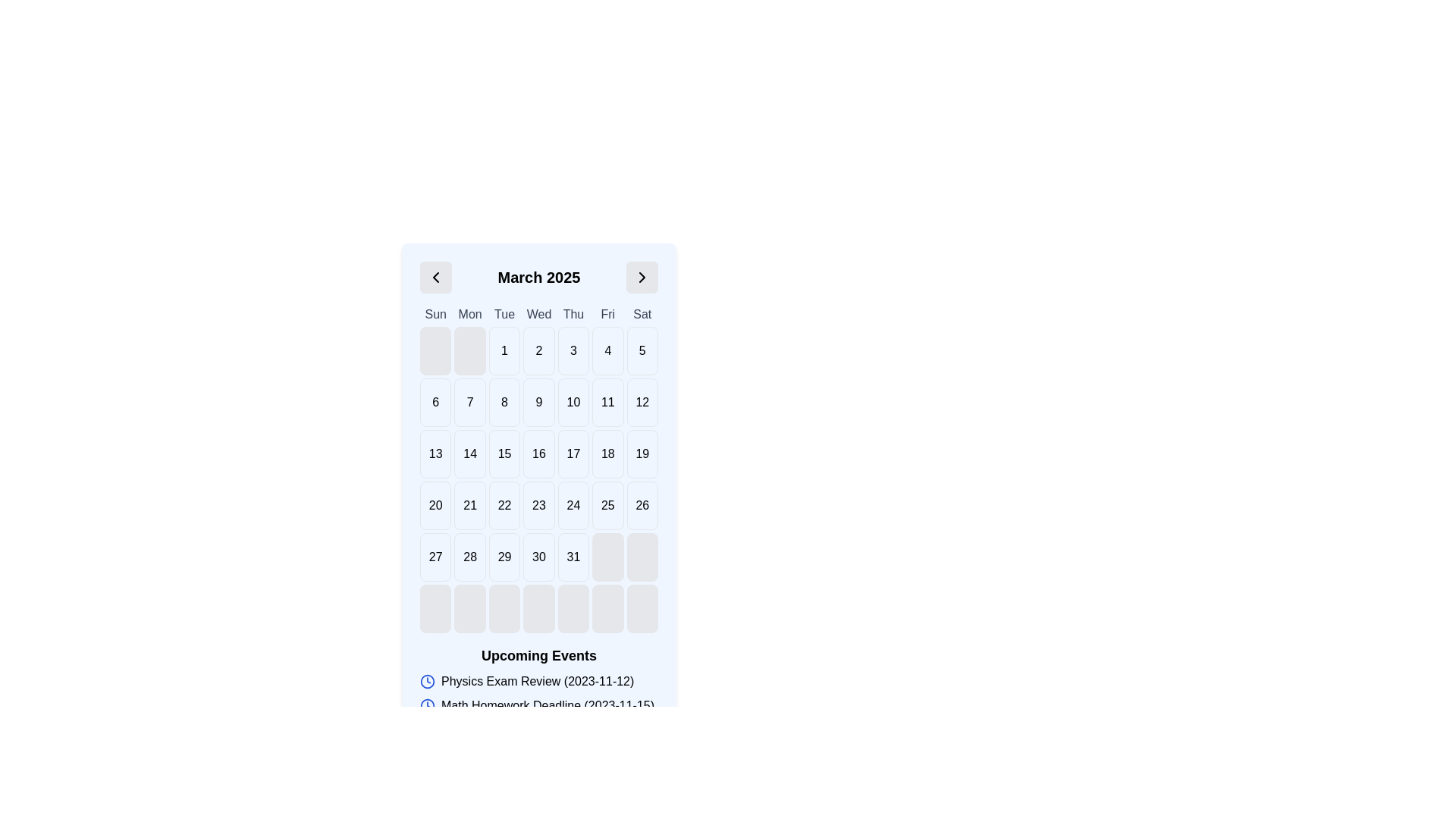 This screenshot has width=1456, height=819. Describe the element at coordinates (504, 557) in the screenshot. I see `the Calendar date cell displaying '29', which is located in the last row of the grid layout and is the third cell from the left` at that location.